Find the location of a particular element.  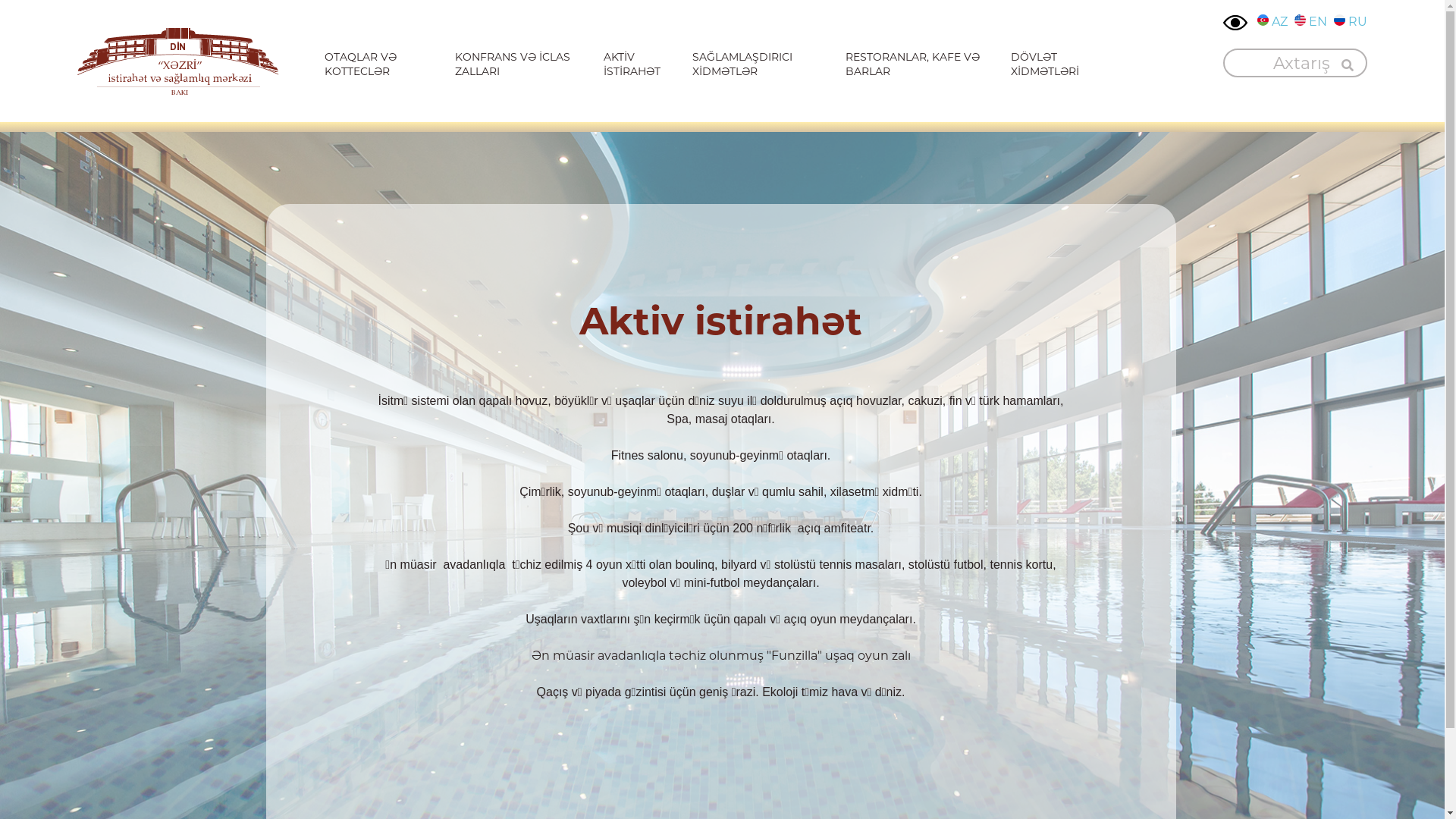

'AZ' is located at coordinates (1272, 22).